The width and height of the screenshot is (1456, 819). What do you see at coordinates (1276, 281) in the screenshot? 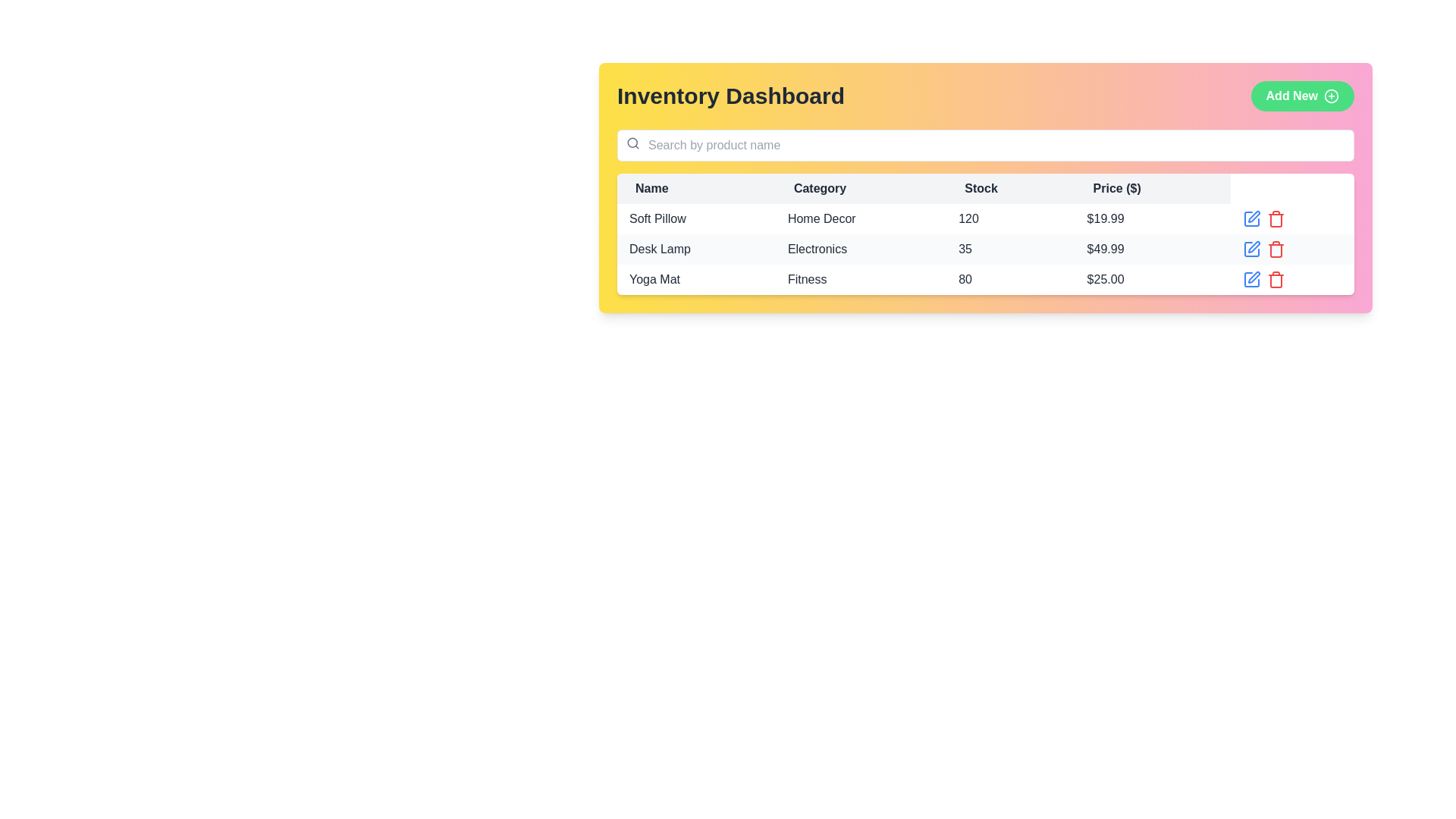
I see `the trash can icon used for delete action located in the action buttons column of the table row for the Yoga Mat item` at bounding box center [1276, 281].